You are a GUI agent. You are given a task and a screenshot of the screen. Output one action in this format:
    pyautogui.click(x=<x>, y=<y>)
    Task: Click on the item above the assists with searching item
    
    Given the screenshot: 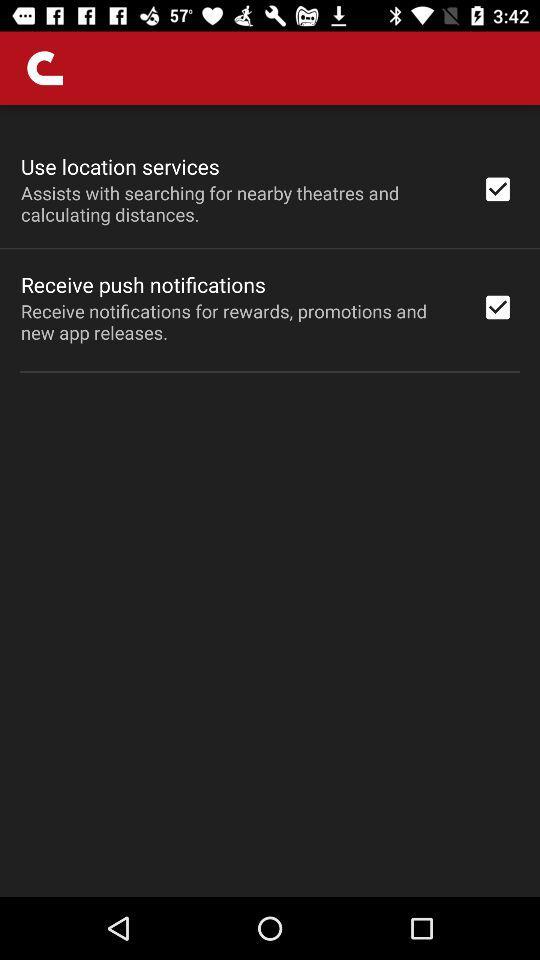 What is the action you would take?
    pyautogui.click(x=120, y=165)
    